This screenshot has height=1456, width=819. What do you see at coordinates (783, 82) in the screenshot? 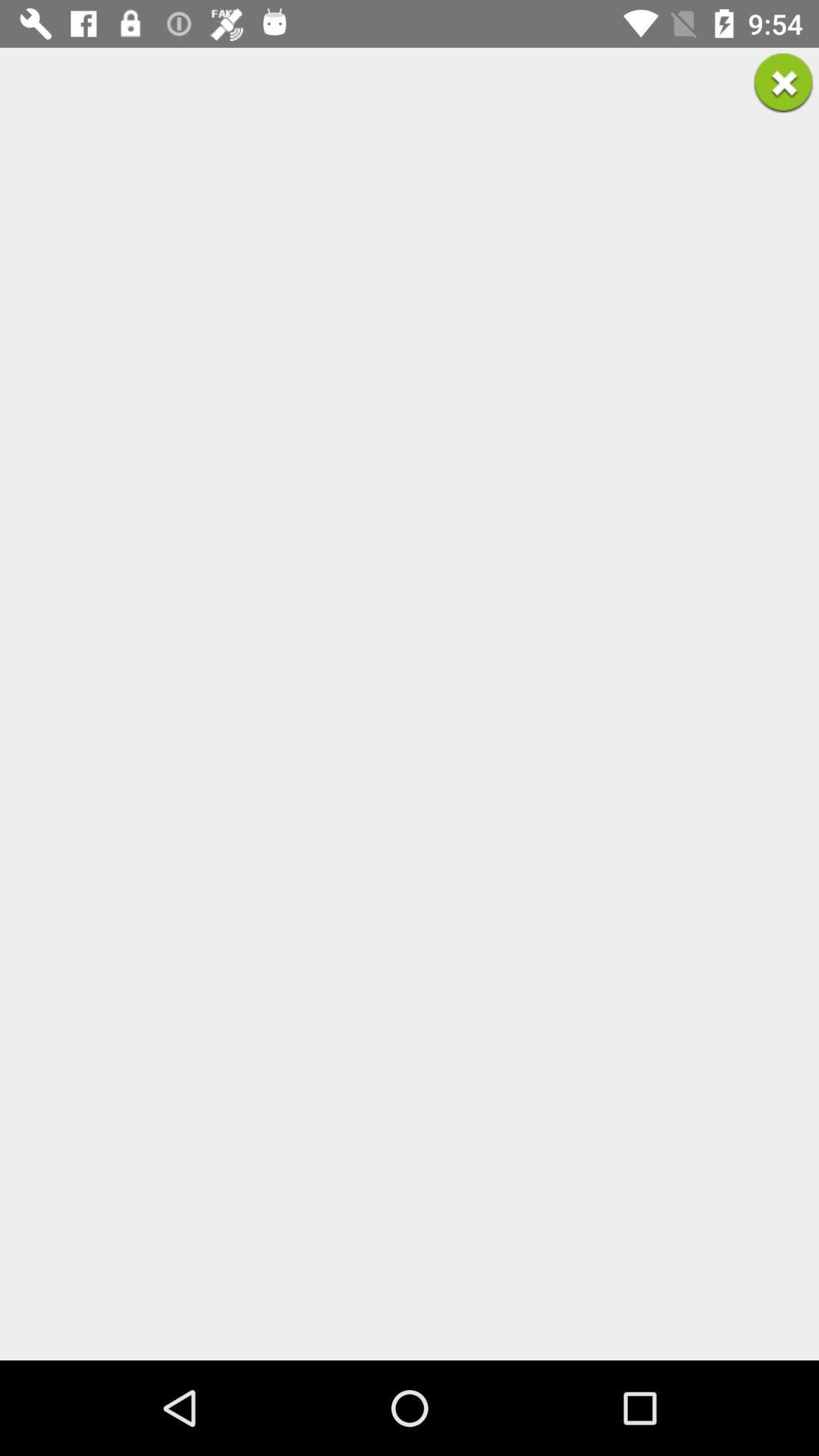
I see `selection` at bounding box center [783, 82].